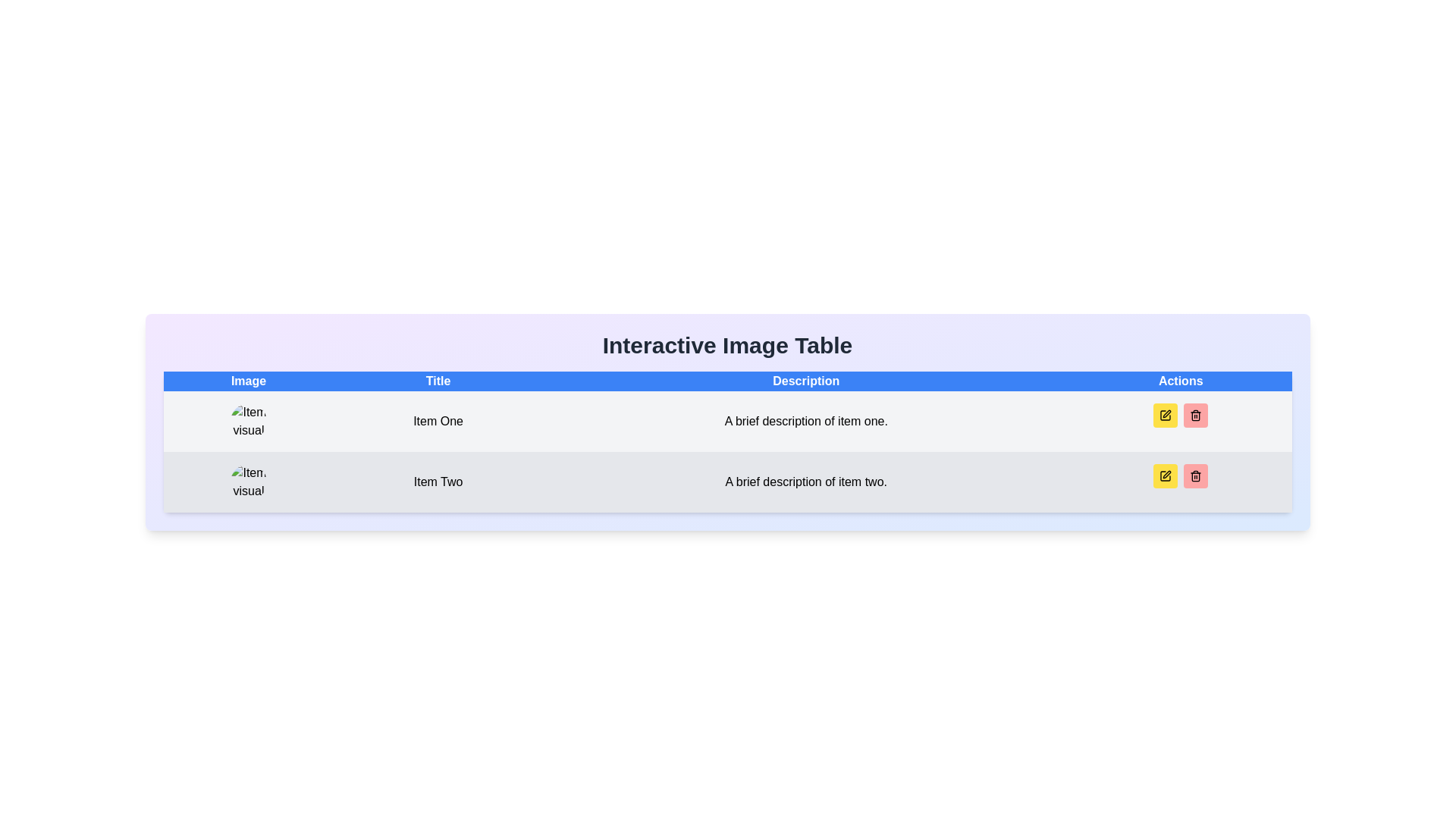  I want to click on the Edit icon (a small pen icon) in the Actions column for the second row of the table, so click(1166, 473).